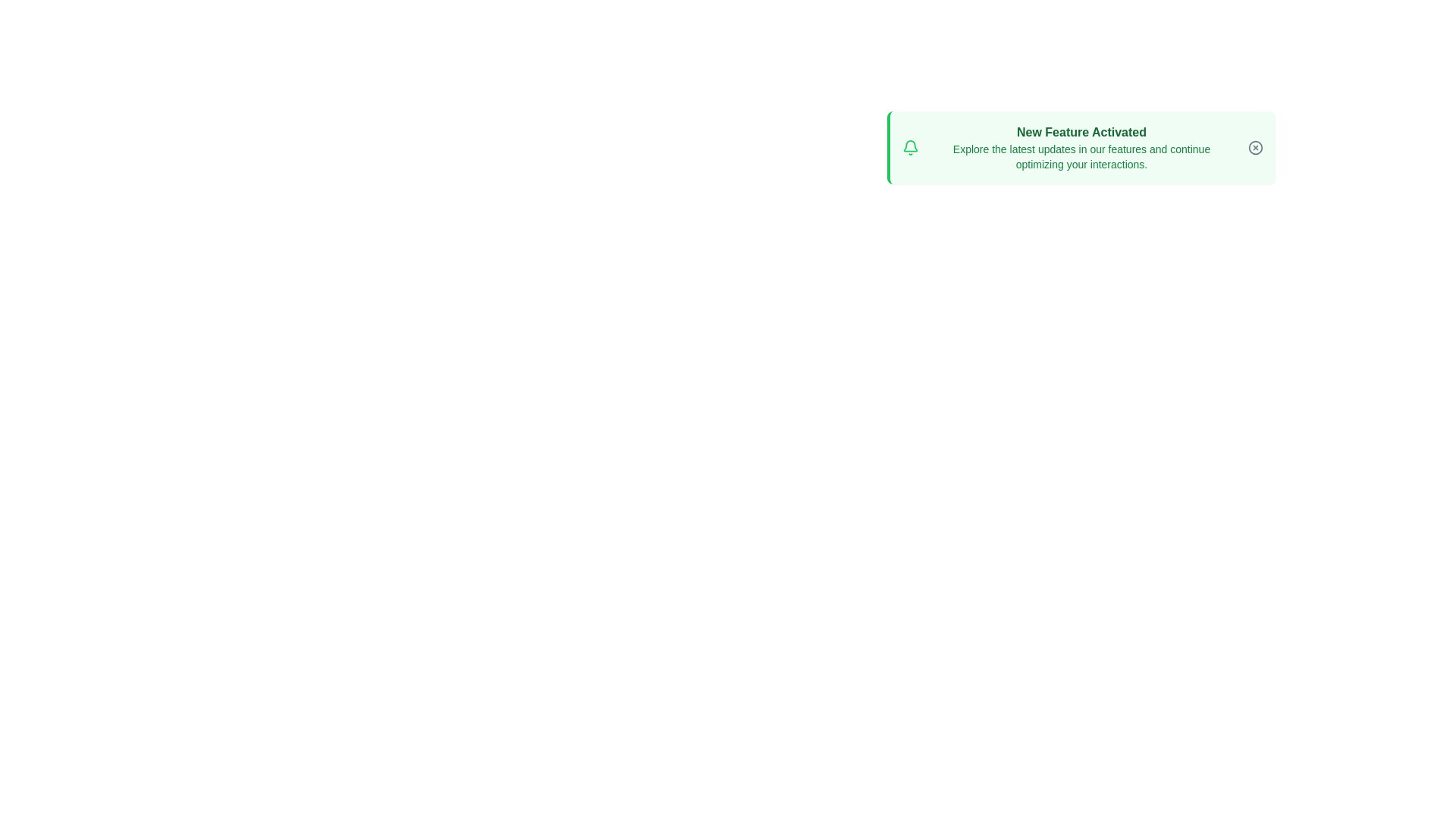  I want to click on the informational text block stating 'Explore the latest updates in our features and continue optimizing your interactions.' which is located below the title 'New Feature Activated' in the notification card, so click(1081, 157).